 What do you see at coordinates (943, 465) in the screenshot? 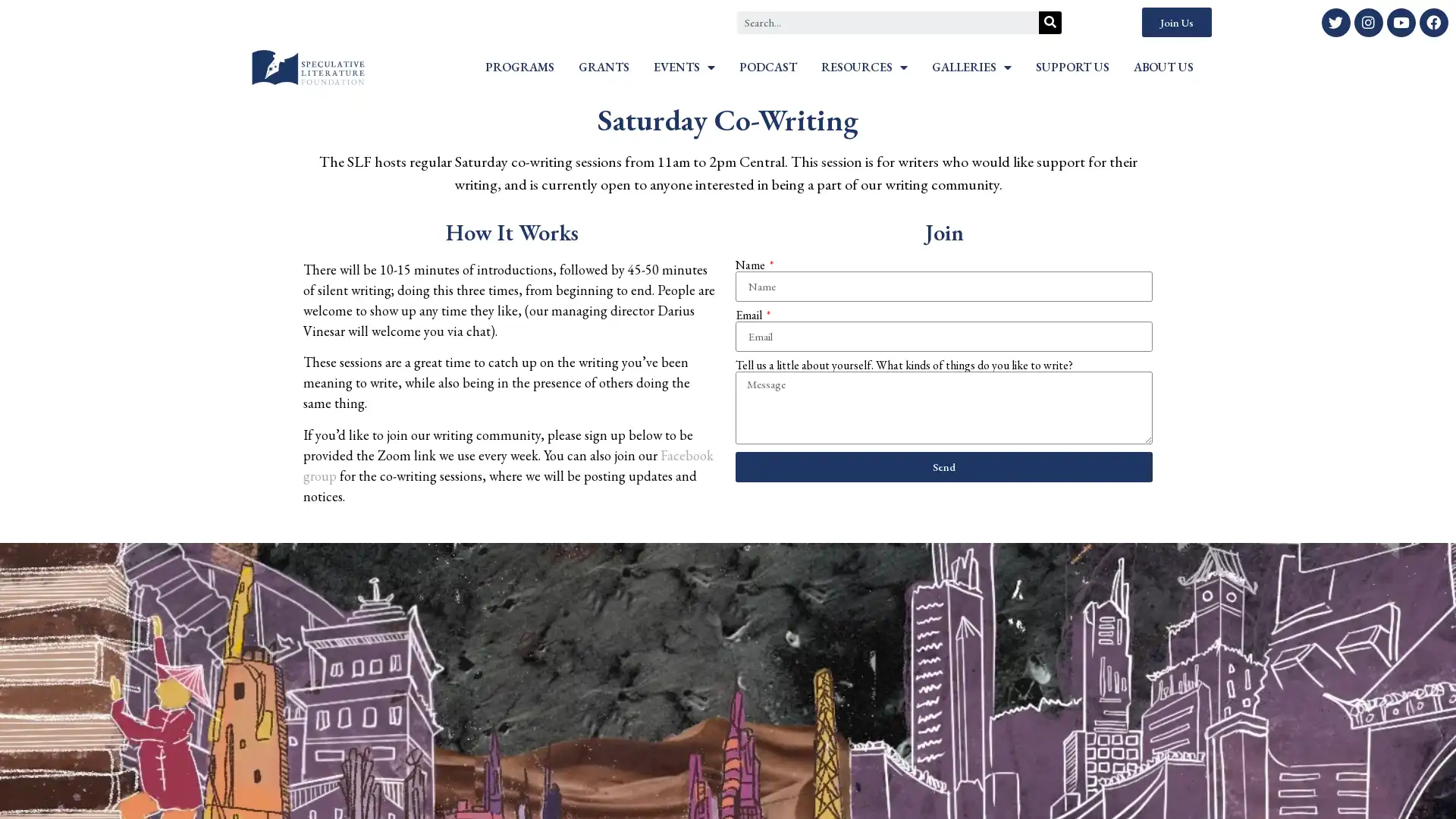
I see `Send` at bounding box center [943, 465].